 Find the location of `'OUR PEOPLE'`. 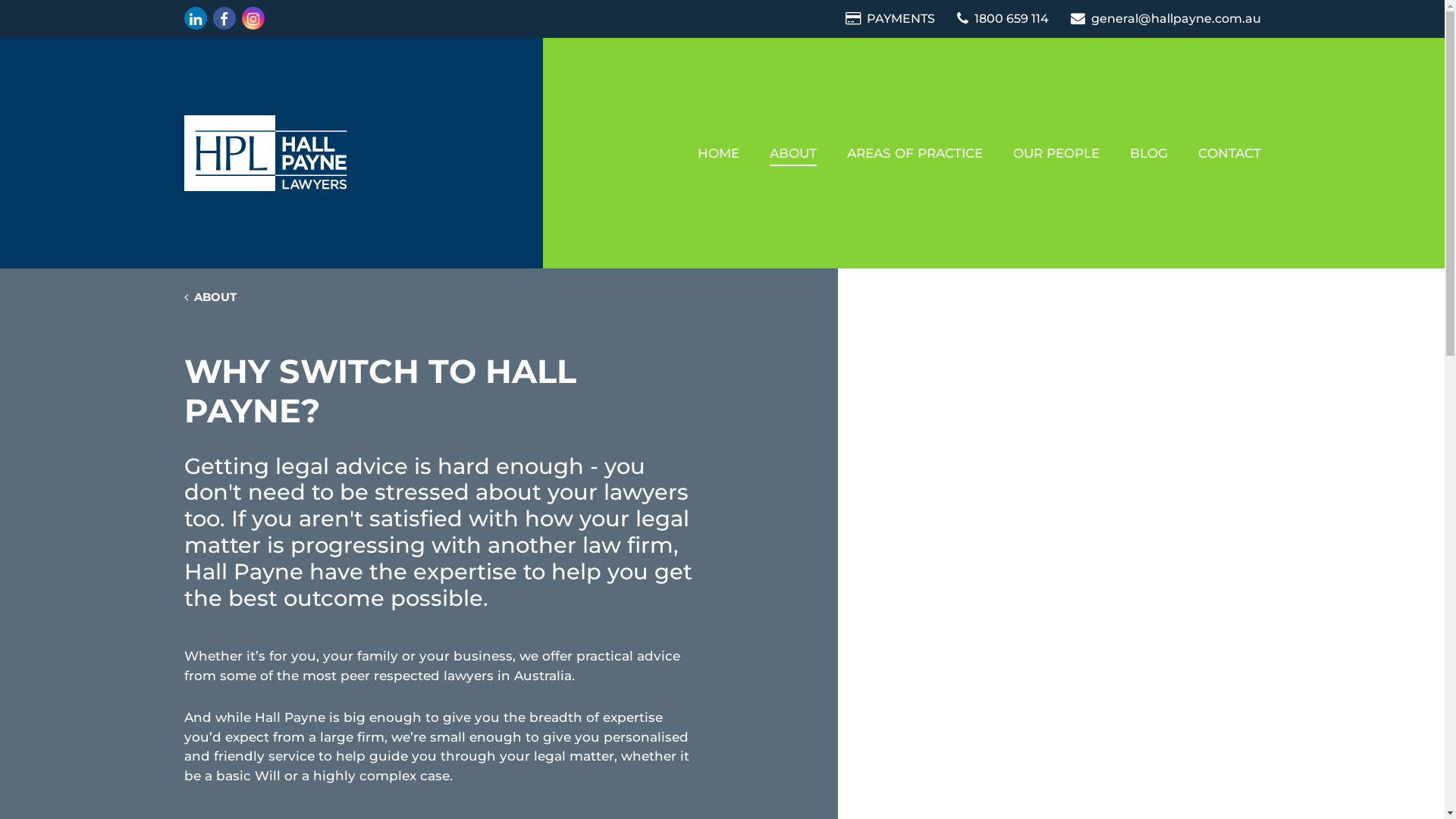

'OUR PEOPLE' is located at coordinates (1055, 152).